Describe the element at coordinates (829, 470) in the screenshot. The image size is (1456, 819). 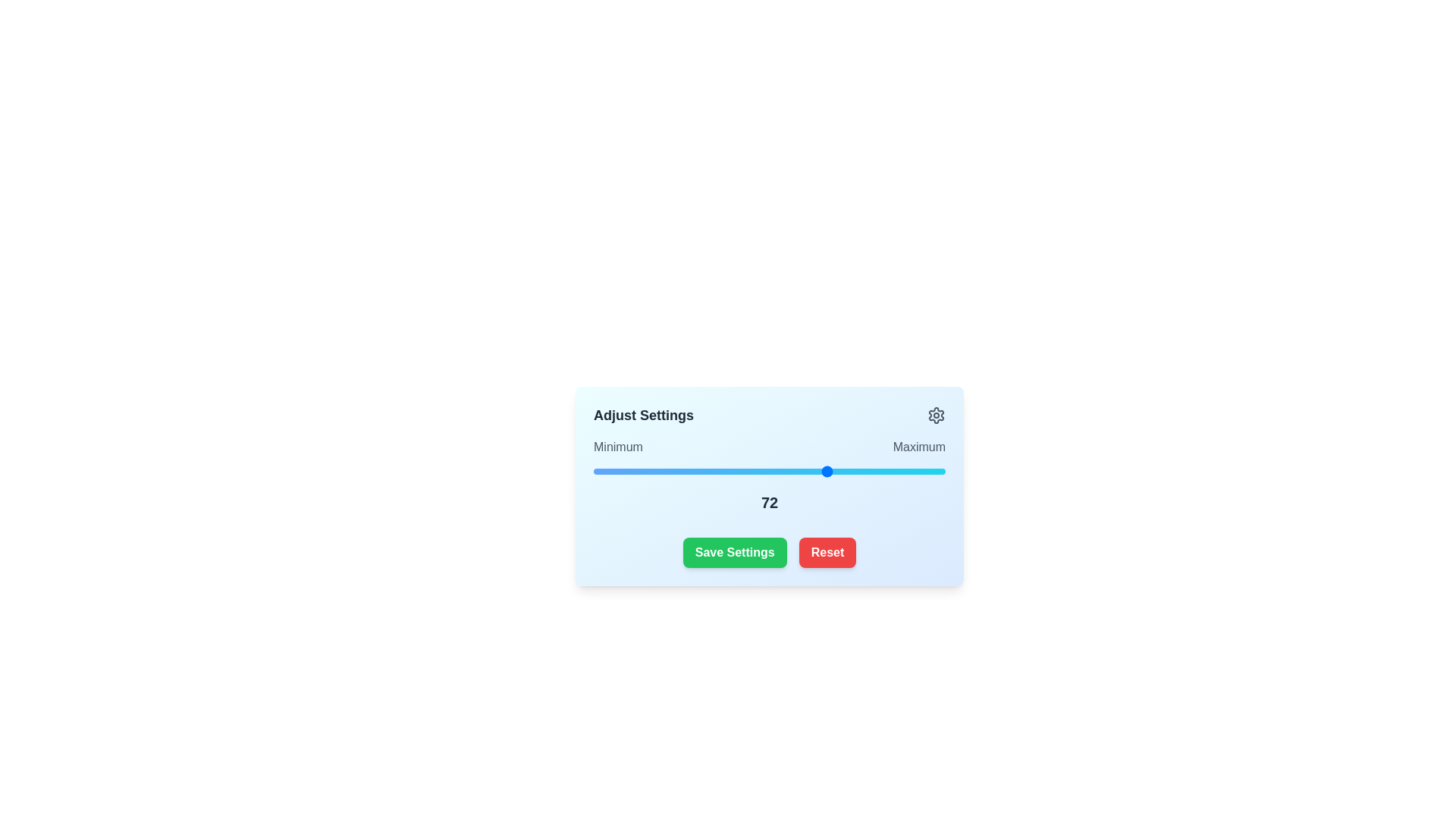
I see `the slider to set its value to 72` at that location.